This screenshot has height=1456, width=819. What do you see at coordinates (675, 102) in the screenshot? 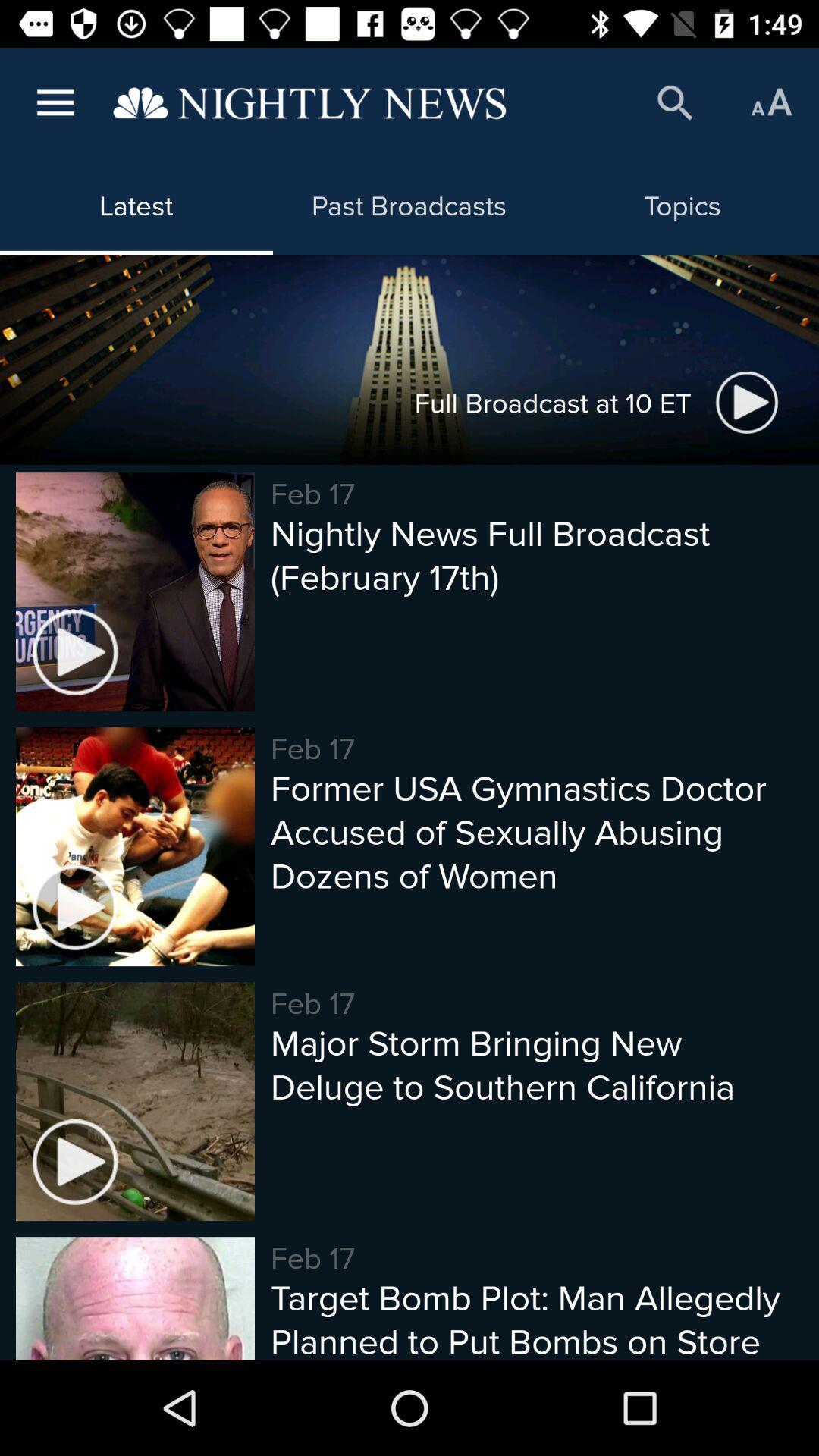
I see `the icon above the topics` at bounding box center [675, 102].